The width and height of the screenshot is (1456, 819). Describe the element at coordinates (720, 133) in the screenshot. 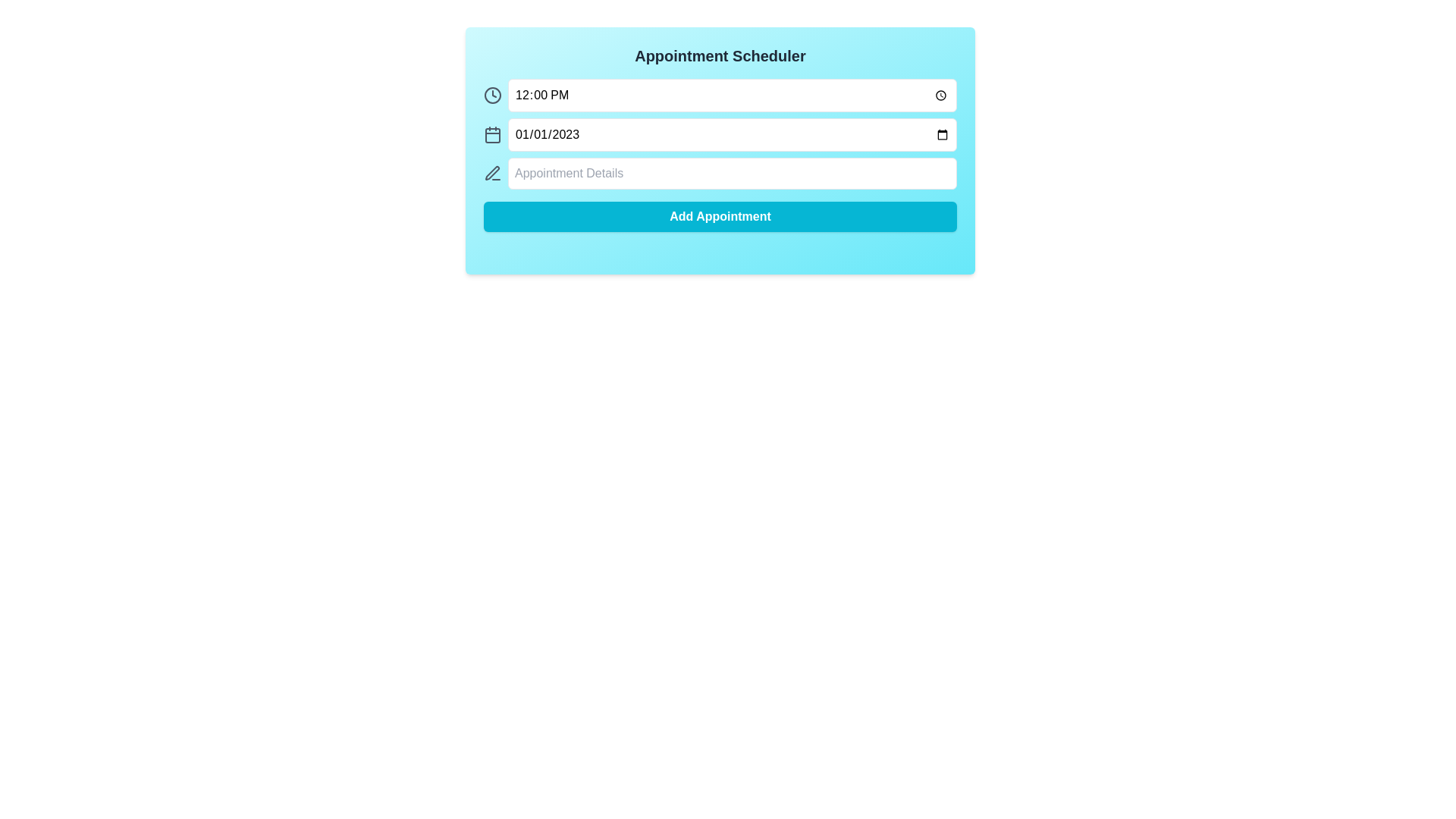

I see `the Date input field, which is the second input field in the form located in the middle` at that location.